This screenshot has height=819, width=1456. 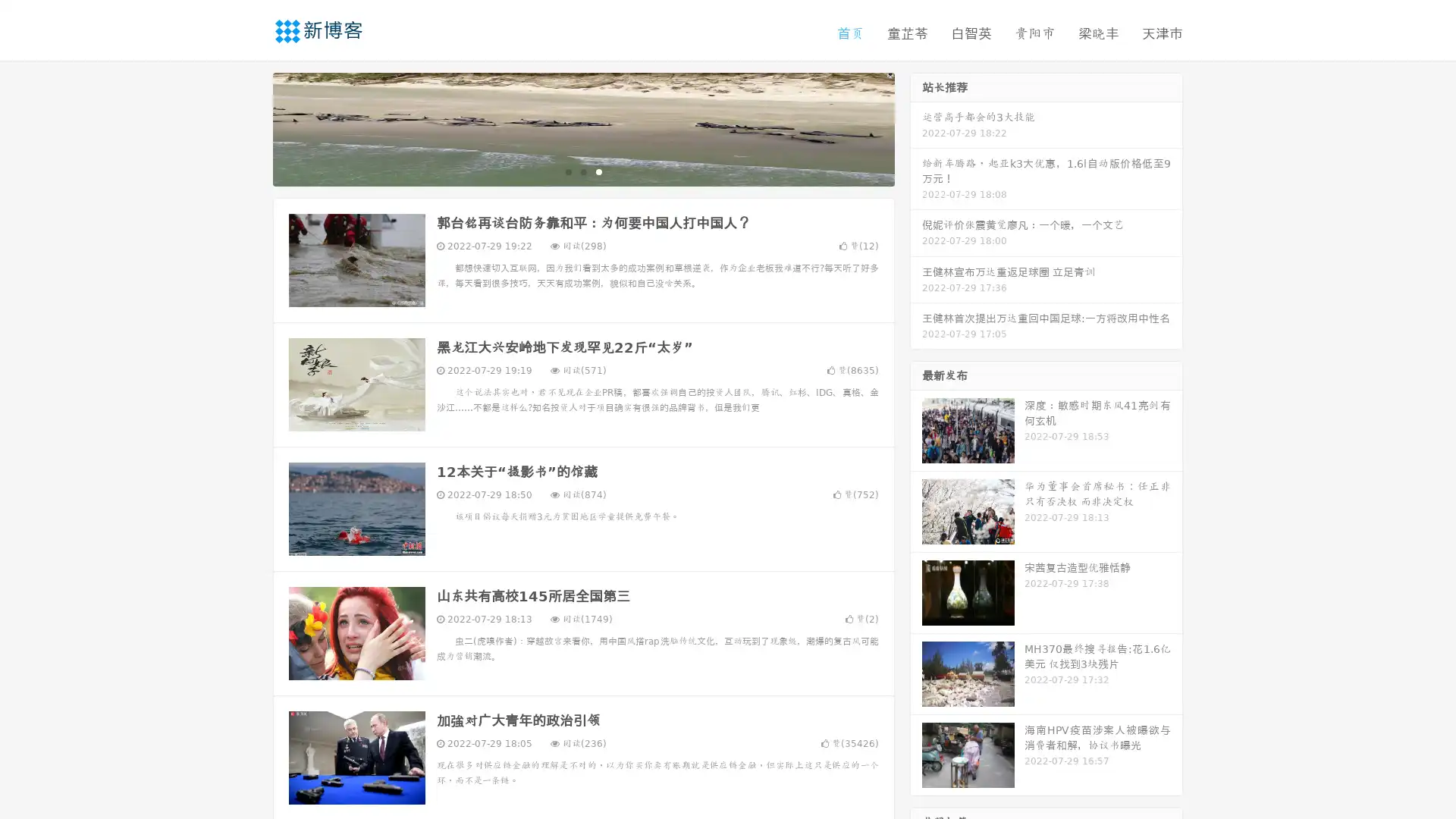 I want to click on Previous slide, so click(x=250, y=127).